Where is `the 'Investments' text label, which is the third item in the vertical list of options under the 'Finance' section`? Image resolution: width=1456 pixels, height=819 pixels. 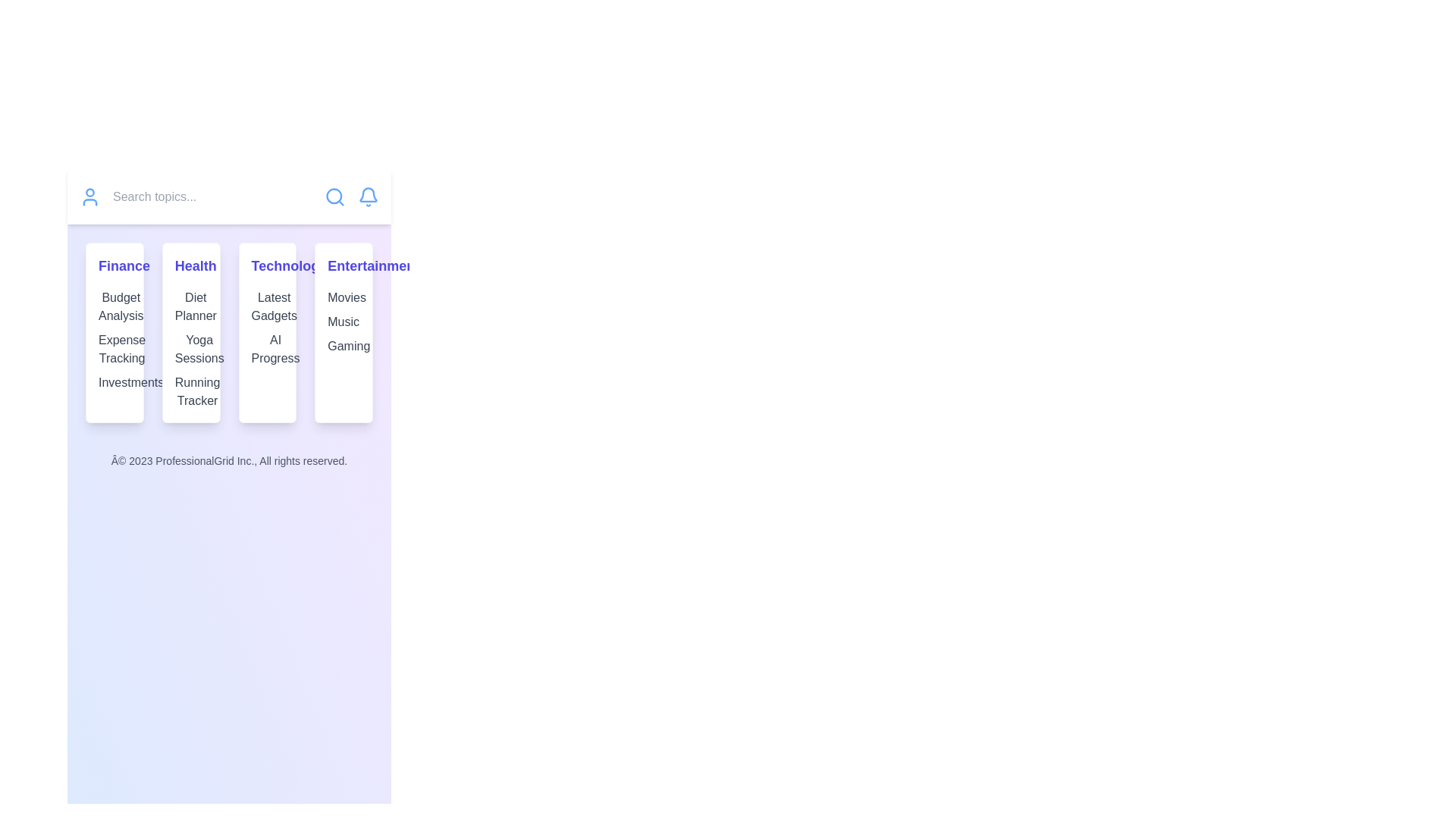 the 'Investments' text label, which is the third item in the vertical list of options under the 'Finance' section is located at coordinates (114, 382).